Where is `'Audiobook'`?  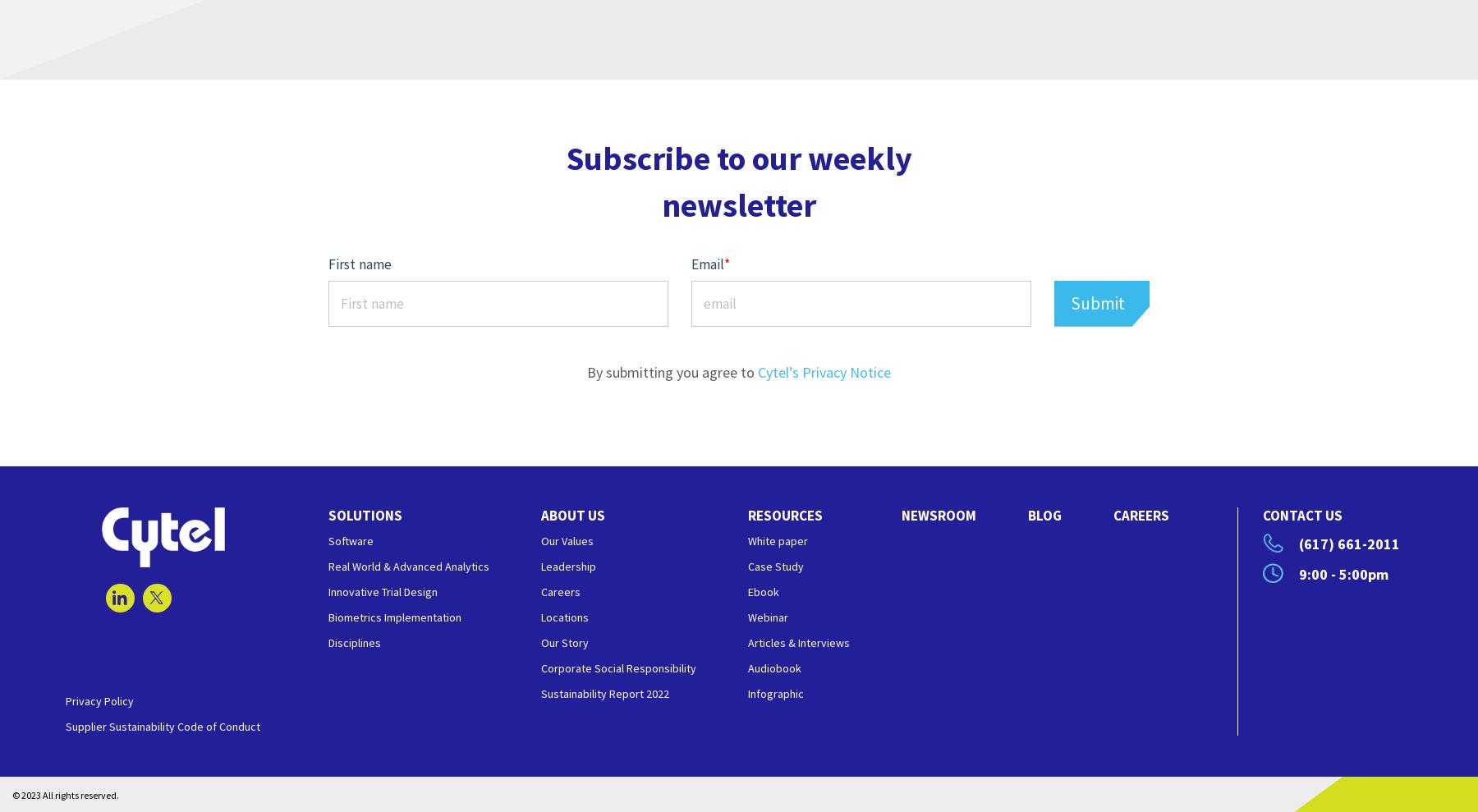 'Audiobook' is located at coordinates (773, 667).